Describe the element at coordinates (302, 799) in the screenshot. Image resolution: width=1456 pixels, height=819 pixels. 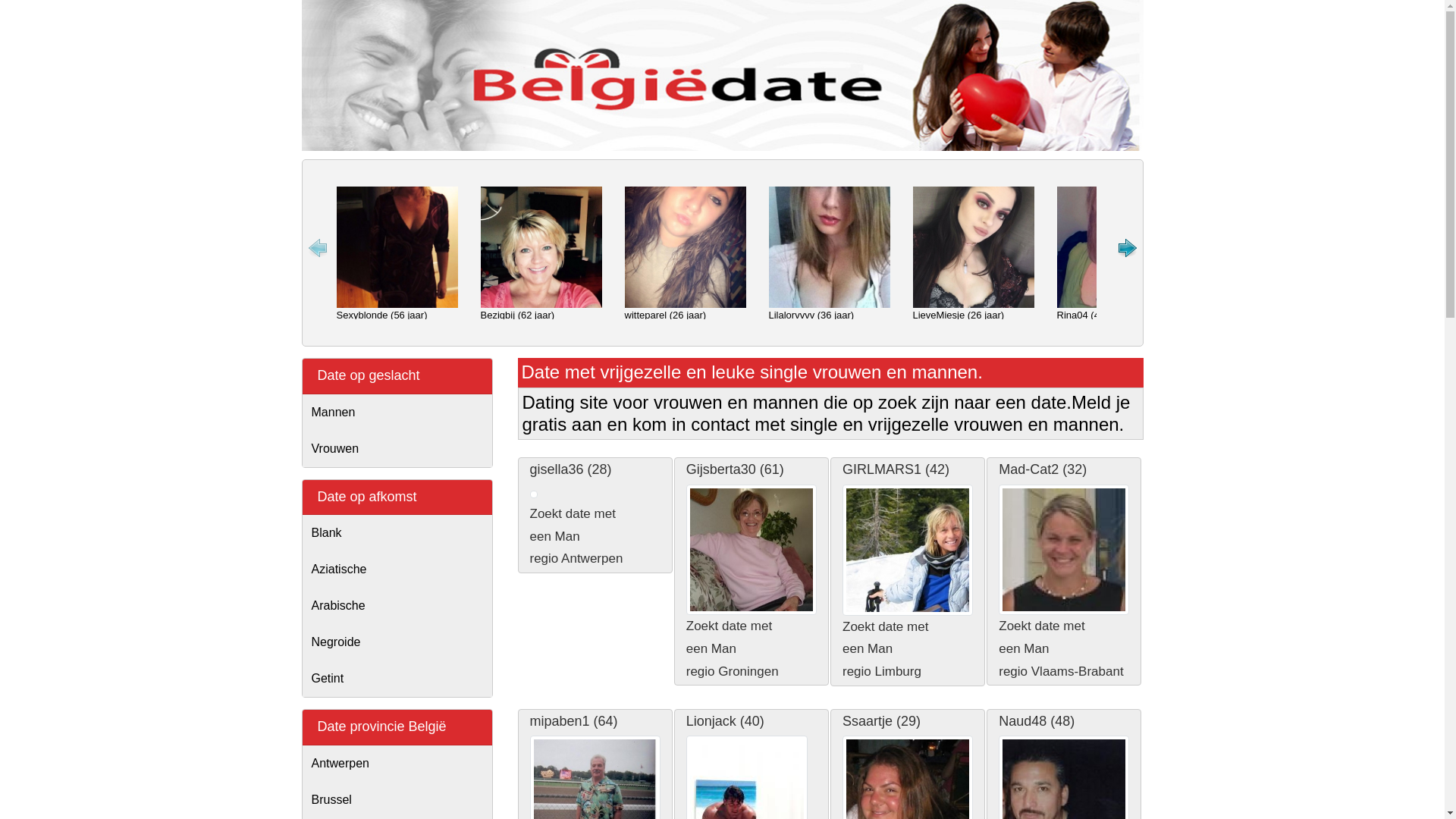
I see `'Brussel'` at that location.